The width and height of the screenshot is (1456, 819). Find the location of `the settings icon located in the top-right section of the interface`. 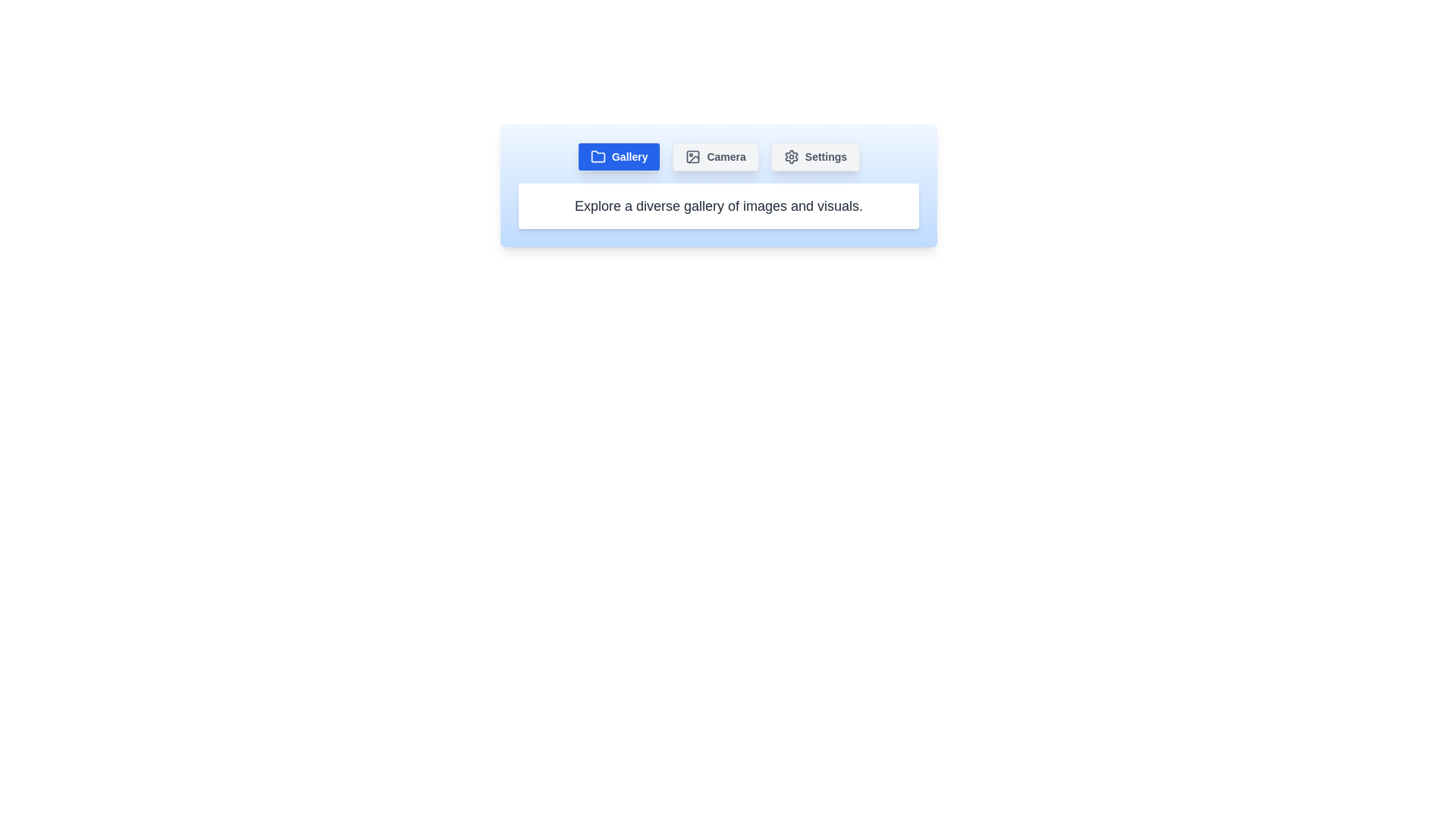

the settings icon located in the top-right section of the interface is located at coordinates (790, 157).